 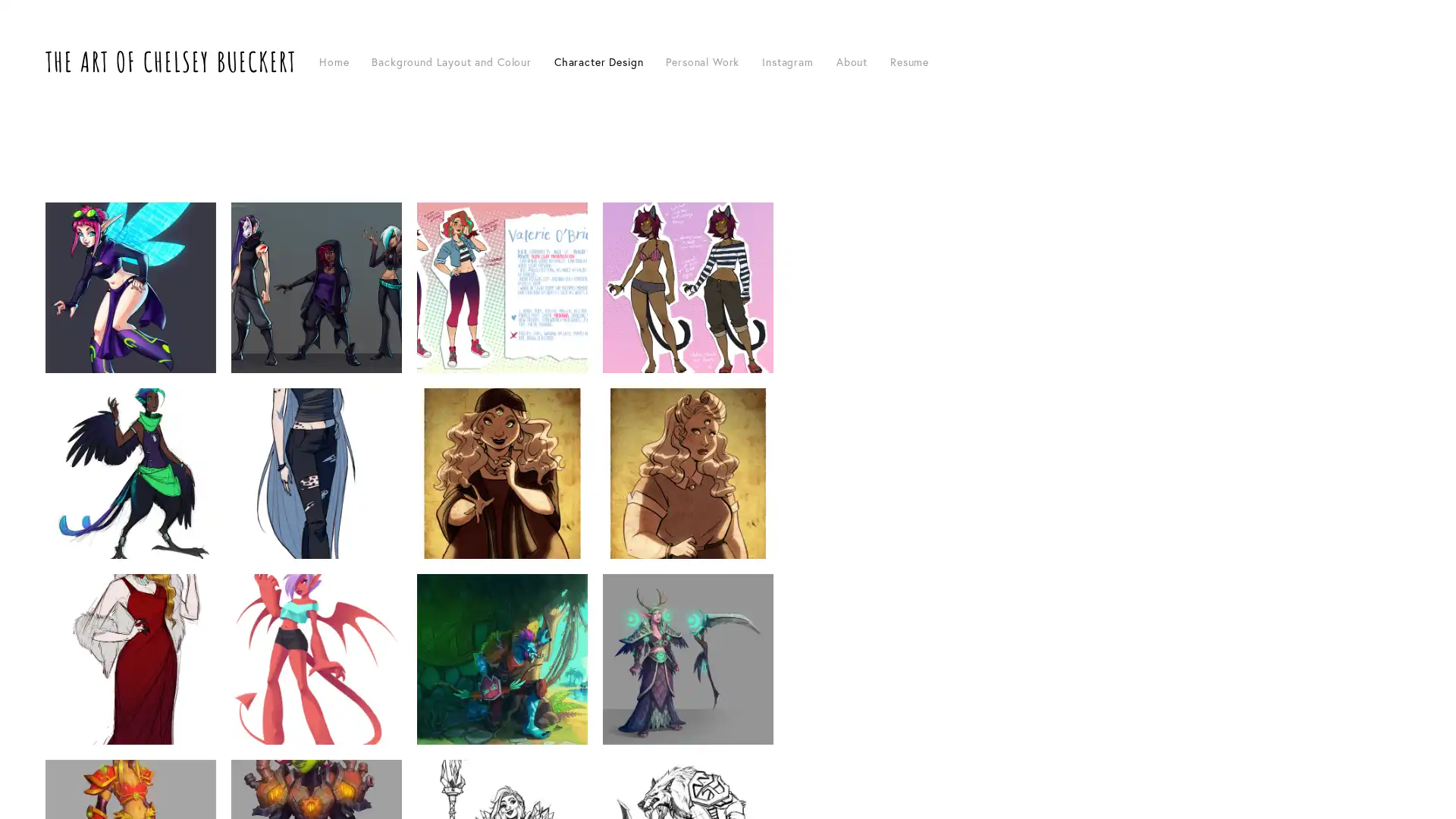 I want to click on View fullsize World of Warcraft inspired concept art done during internship with Garrett Hanna, so click(x=502, y=658).